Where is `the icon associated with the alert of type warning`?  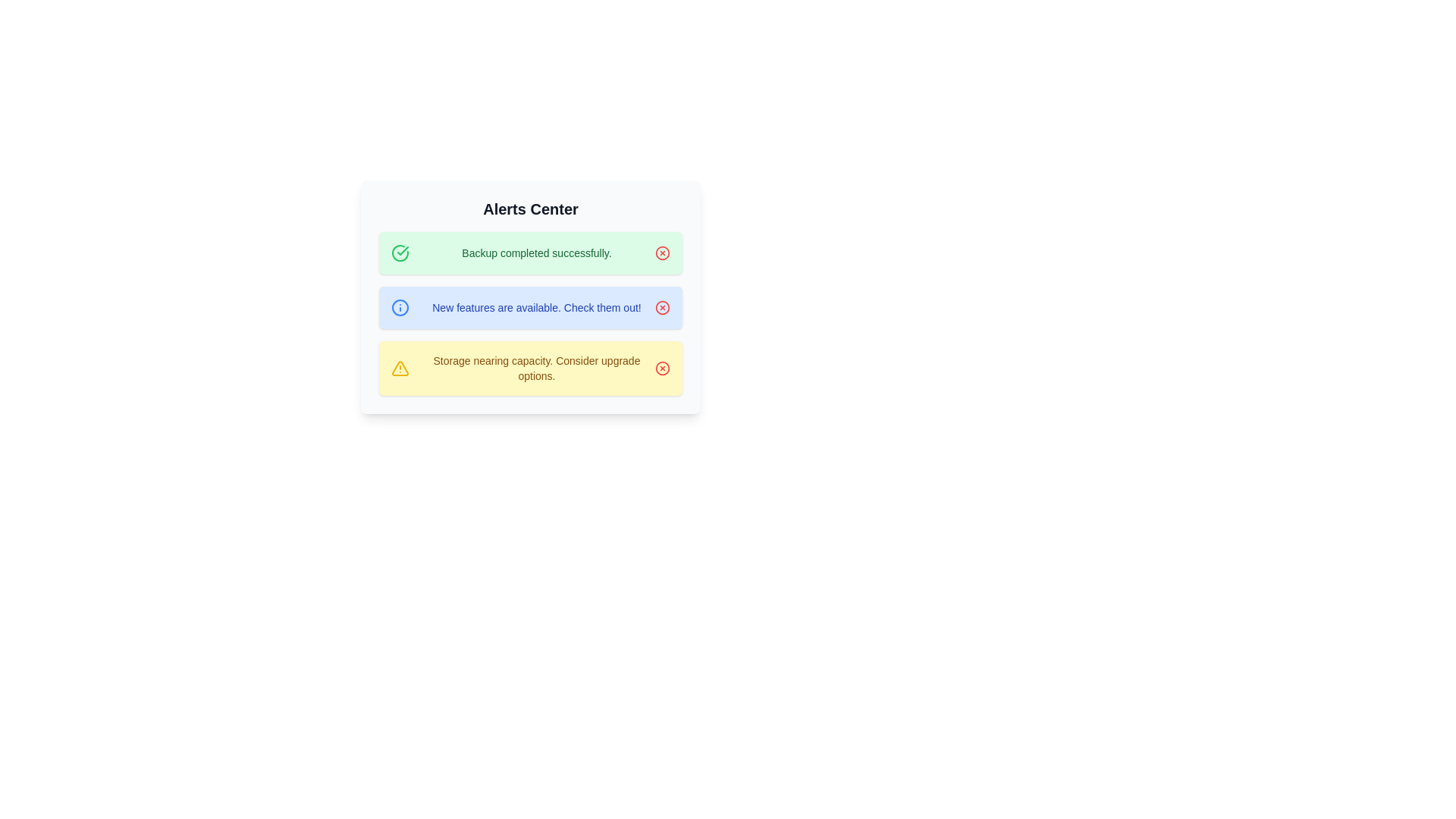 the icon associated with the alert of type warning is located at coordinates (400, 369).